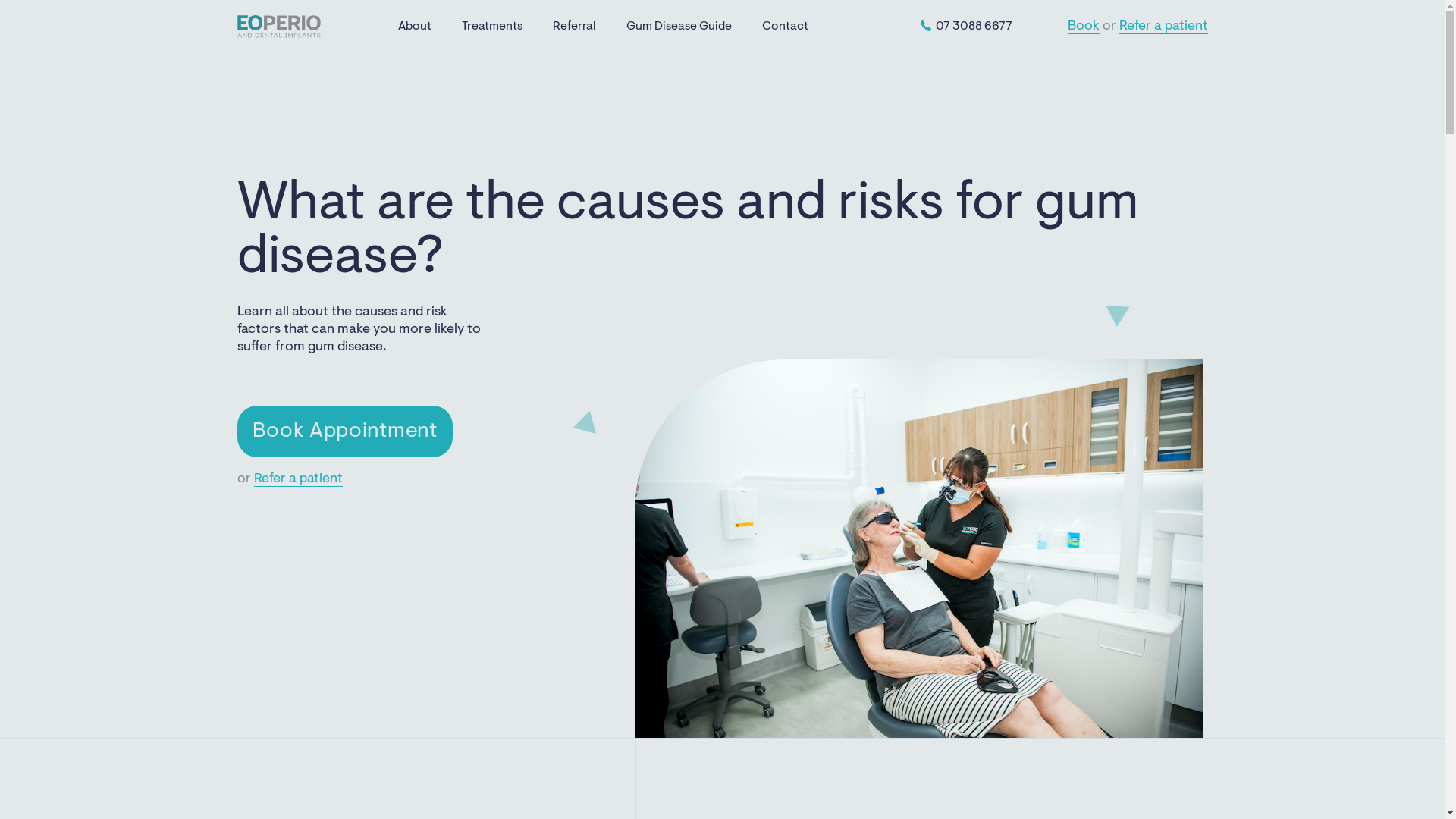  Describe the element at coordinates (1083, 27) in the screenshot. I see `'Book'` at that location.